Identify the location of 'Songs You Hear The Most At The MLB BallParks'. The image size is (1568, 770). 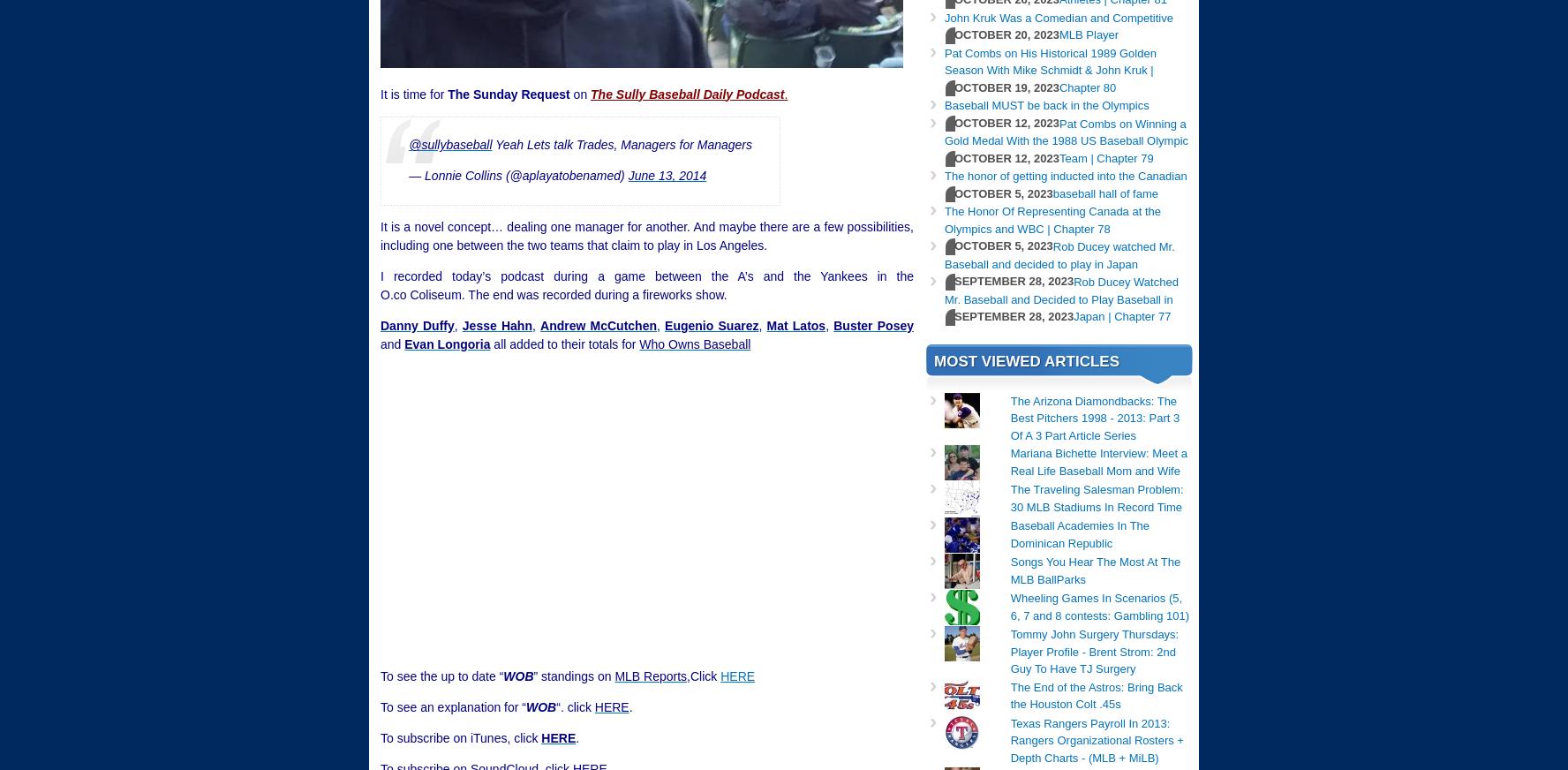
(1009, 570).